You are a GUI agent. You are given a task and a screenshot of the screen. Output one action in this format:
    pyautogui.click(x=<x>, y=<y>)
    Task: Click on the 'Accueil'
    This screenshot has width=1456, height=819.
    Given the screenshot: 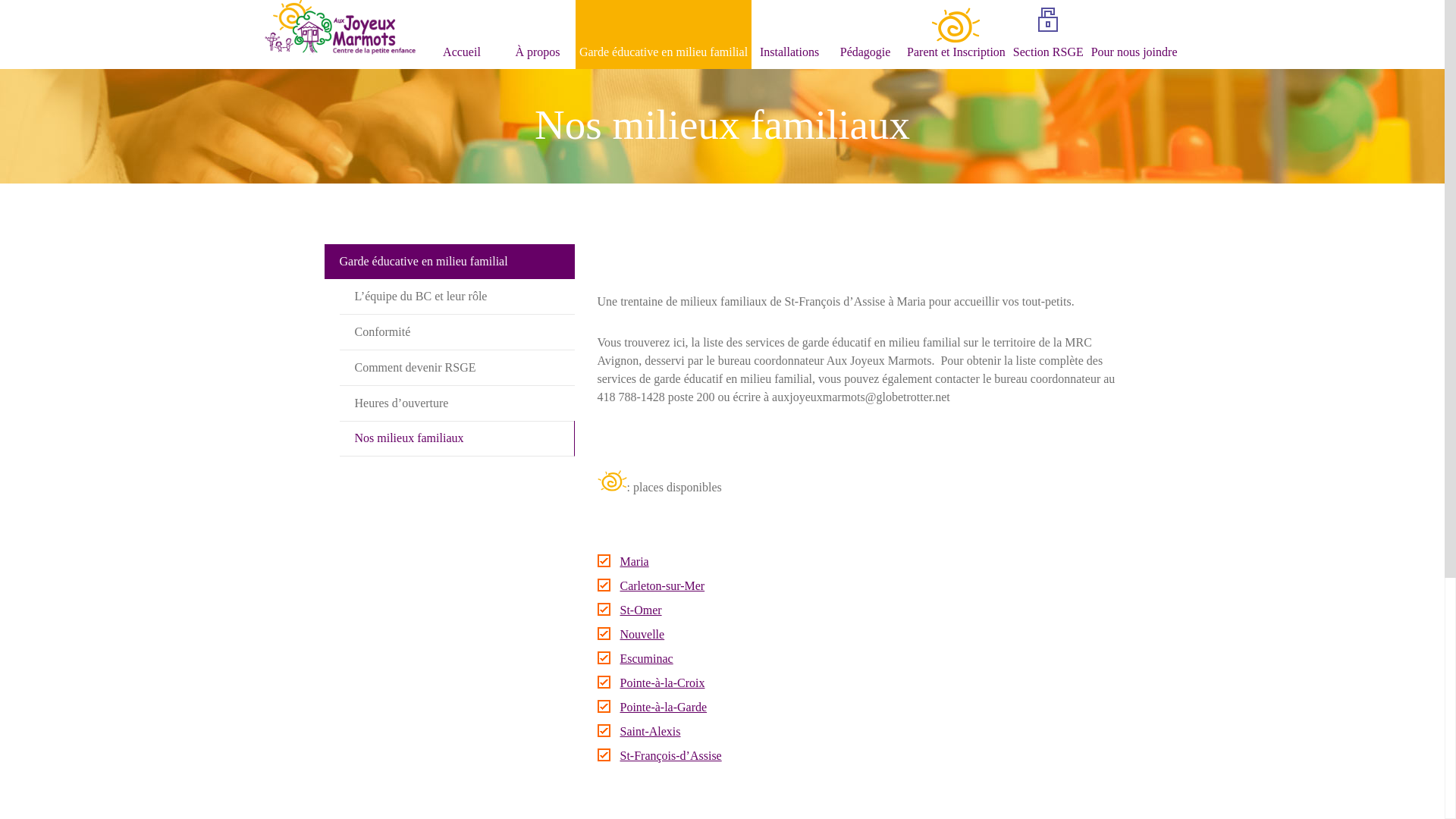 What is the action you would take?
    pyautogui.click(x=461, y=34)
    